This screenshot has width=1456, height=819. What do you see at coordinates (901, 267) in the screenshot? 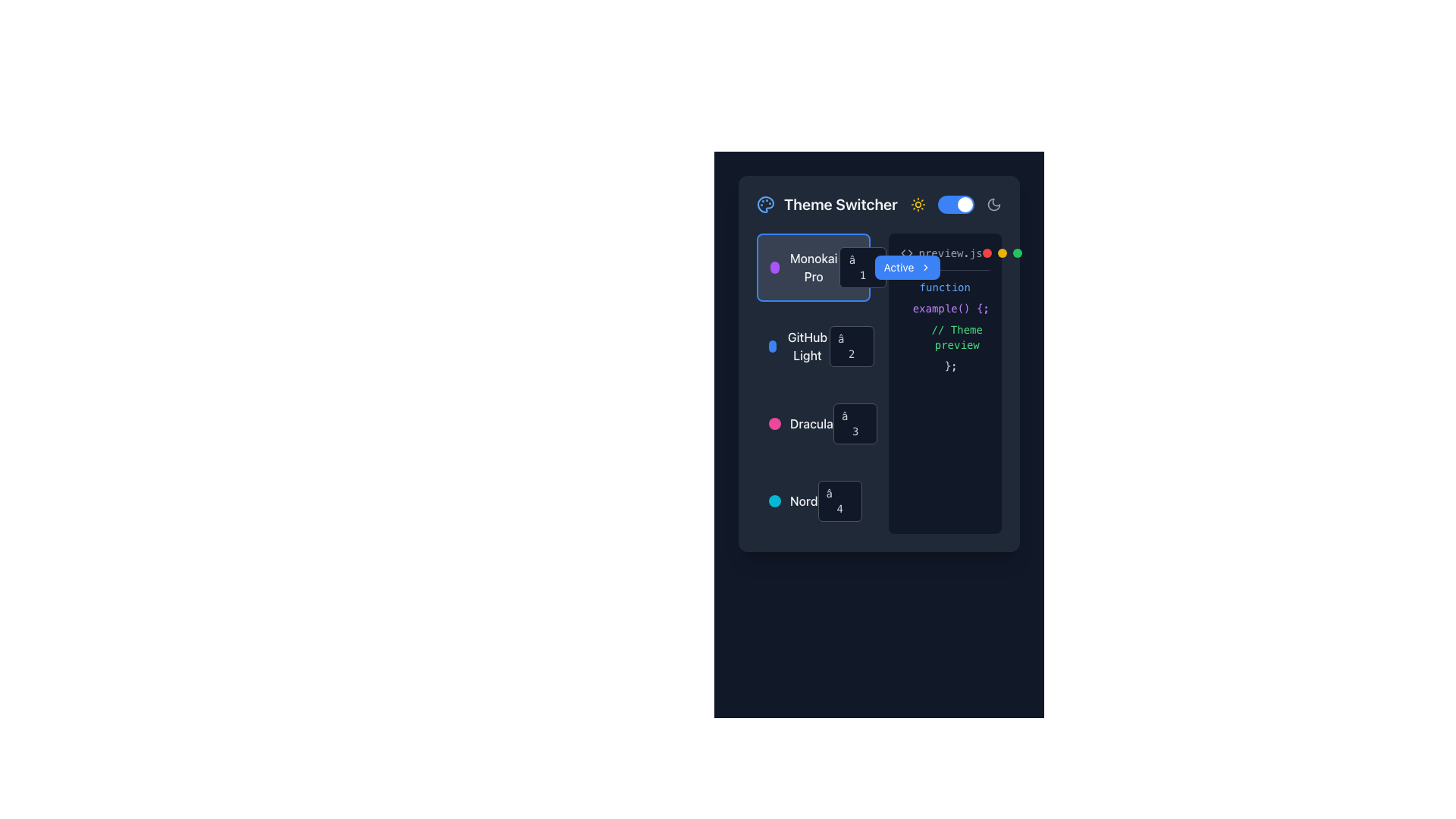
I see `the state of the active indicator icon for the 'Monokai Pro' theme option, which is positioned at the top left quadrant of the interface` at bounding box center [901, 267].